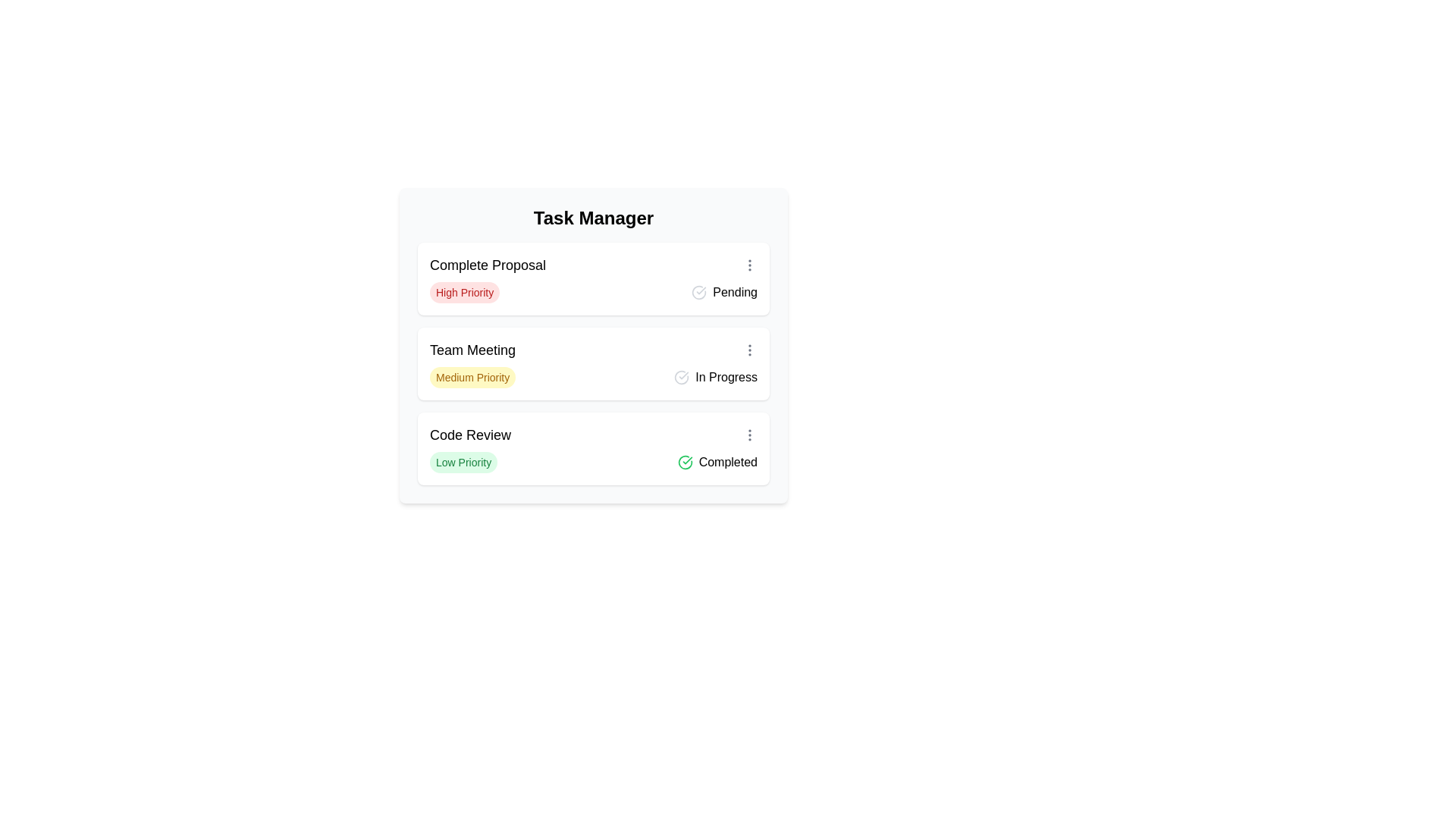 The height and width of the screenshot is (819, 1456). I want to click on the text label displaying 'Pending' located in the upper-right corner of the task item labeled 'Complete Proposal', adjacent to a circular checkmark icon, so click(735, 292).